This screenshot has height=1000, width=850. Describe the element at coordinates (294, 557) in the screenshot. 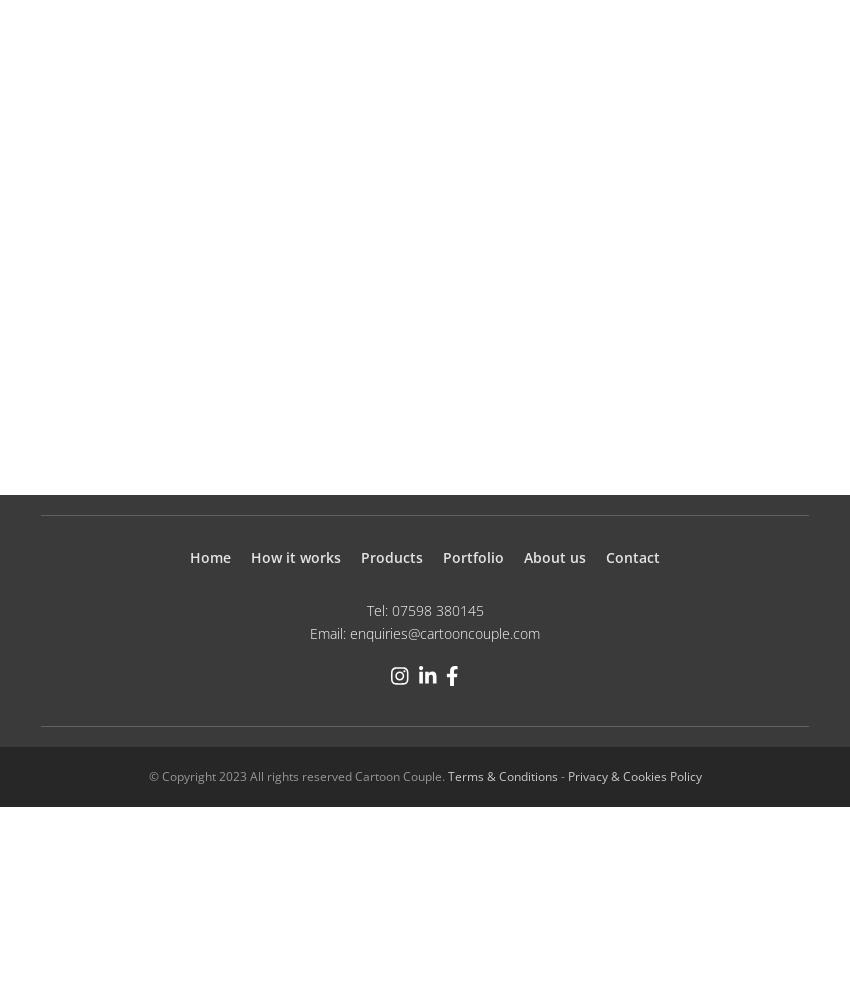

I see `'How it works'` at that location.